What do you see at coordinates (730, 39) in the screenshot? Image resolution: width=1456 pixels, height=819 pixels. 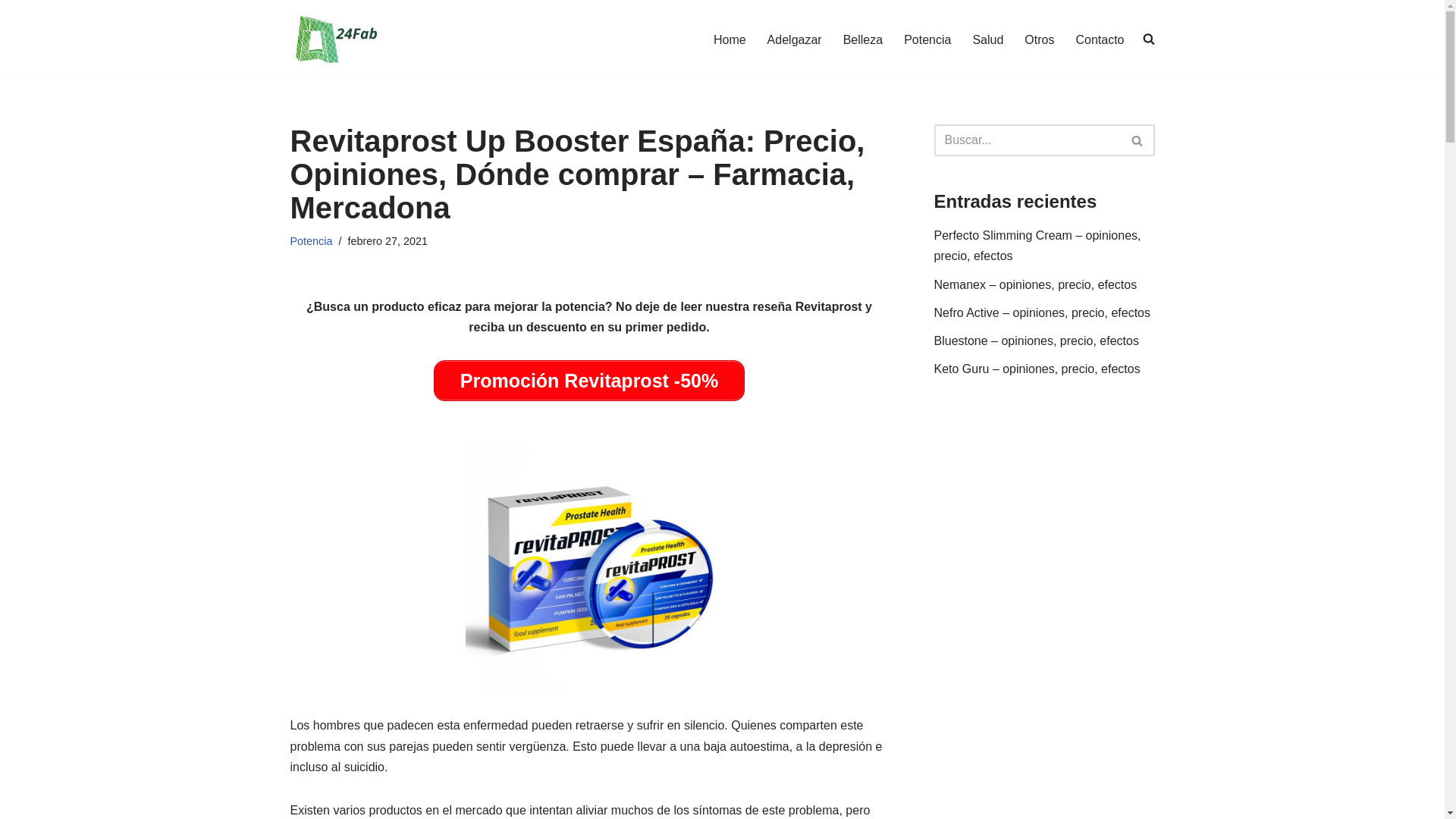 I see `'Home'` at bounding box center [730, 39].